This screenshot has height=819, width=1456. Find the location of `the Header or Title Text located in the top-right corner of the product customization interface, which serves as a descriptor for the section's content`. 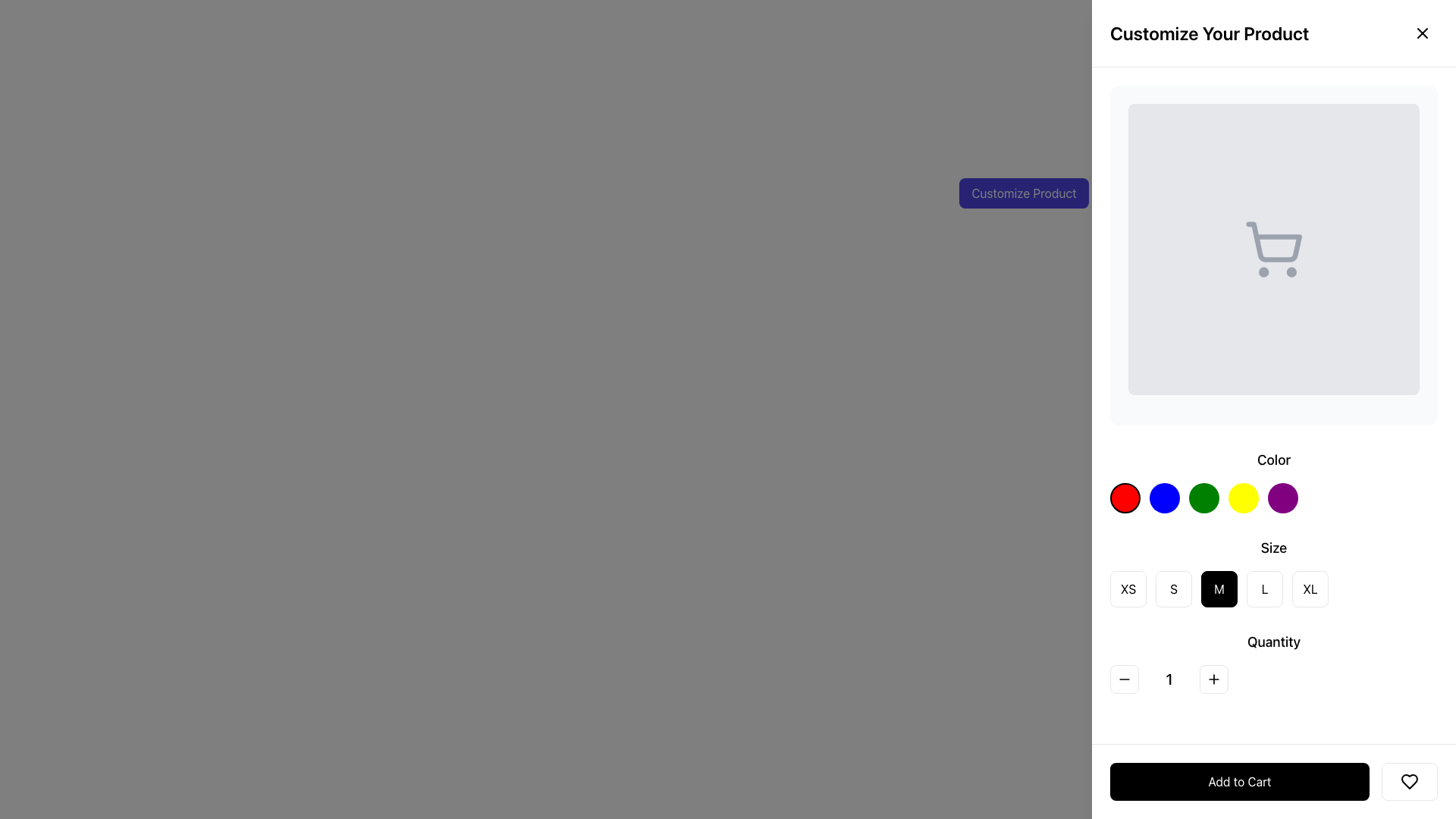

the Header or Title Text located in the top-right corner of the product customization interface, which serves as a descriptor for the section's content is located at coordinates (1209, 33).